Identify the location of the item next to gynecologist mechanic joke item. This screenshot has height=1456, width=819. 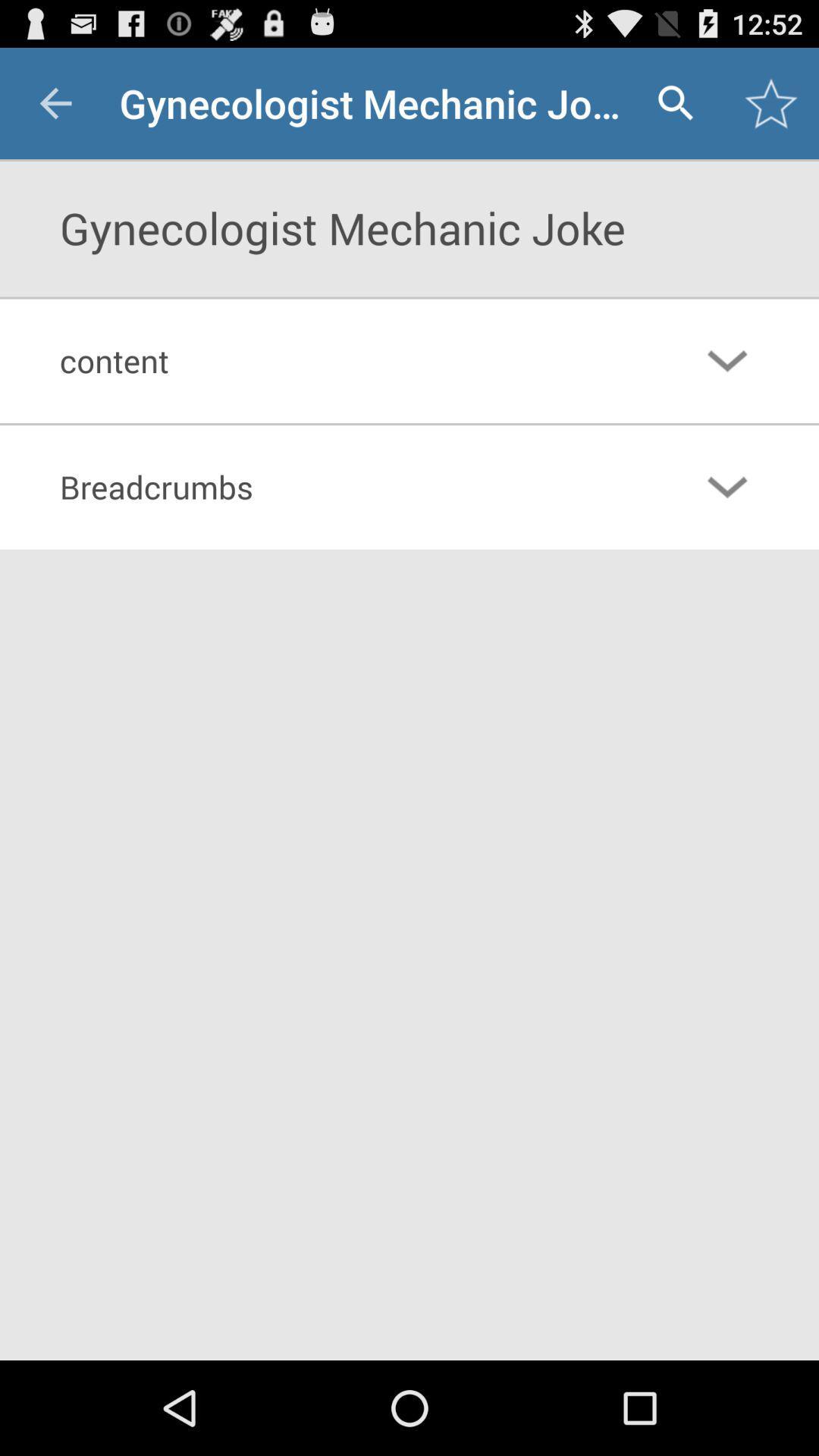
(55, 102).